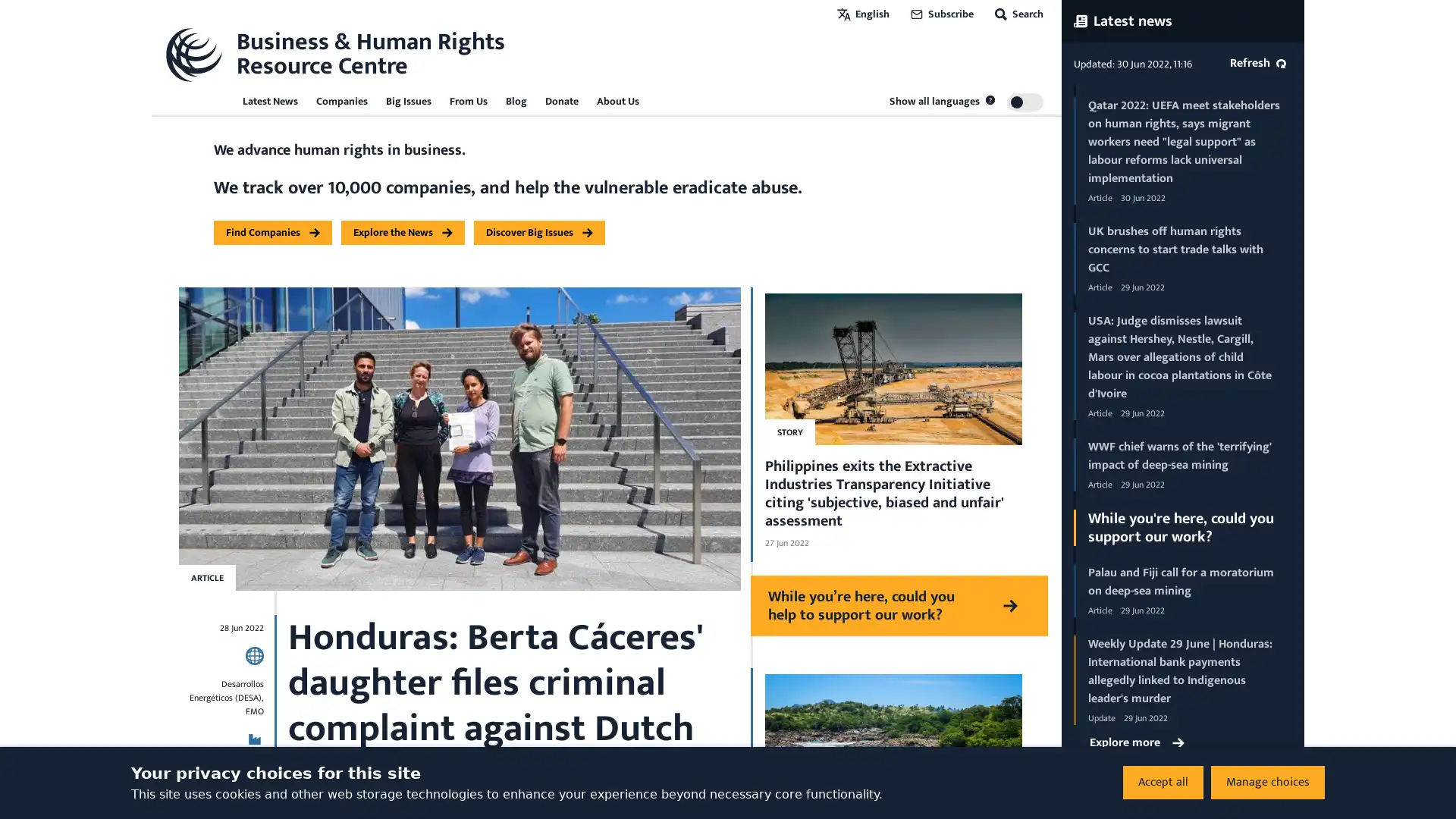  Describe the element at coordinates (1258, 63) in the screenshot. I see `Refresh` at that location.